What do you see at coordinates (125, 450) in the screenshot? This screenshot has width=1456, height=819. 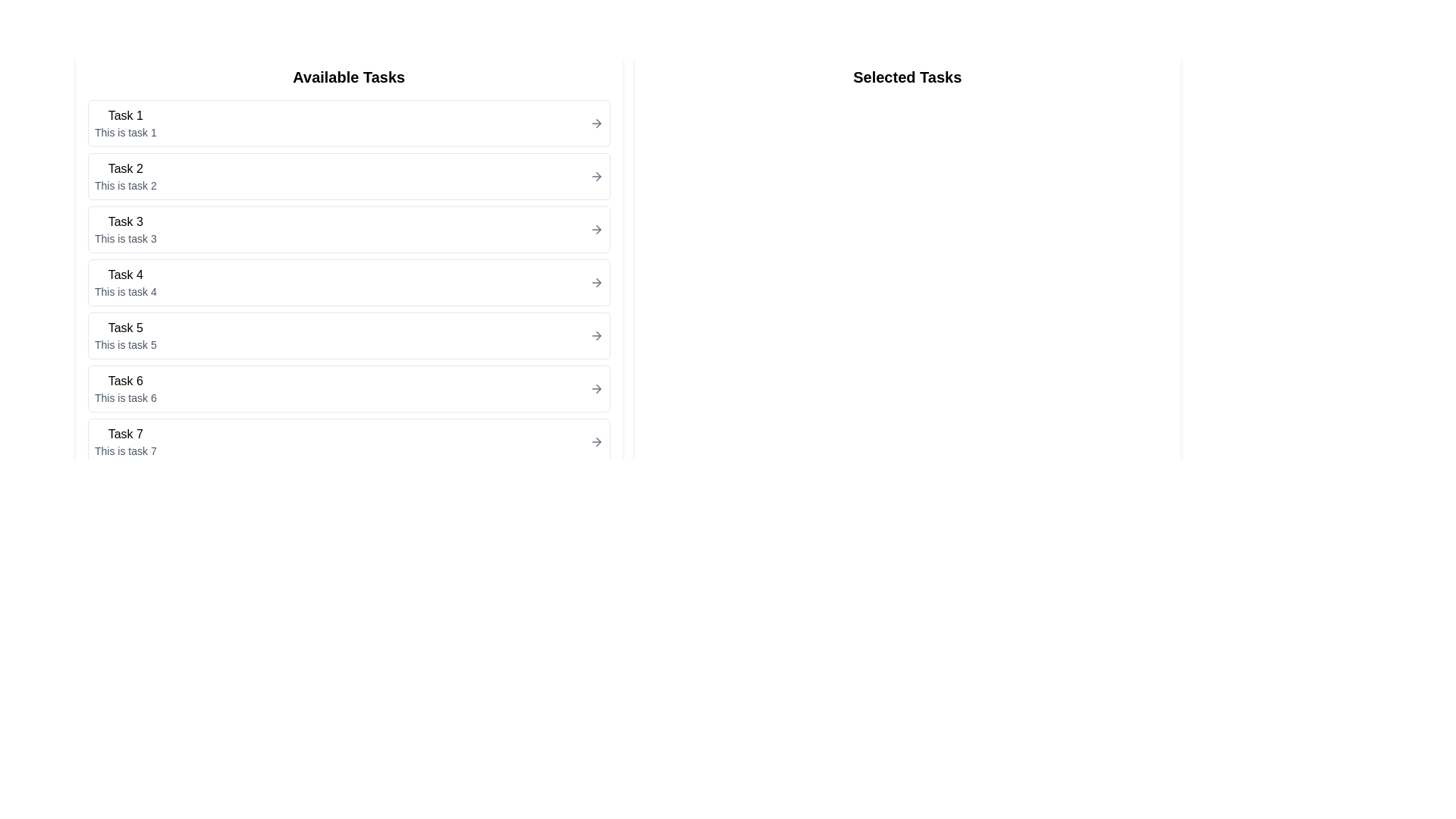 I see `the text label displaying 'This is task 7', which is located below the main header 'Task 7' in the 'Available Tasks' column` at bounding box center [125, 450].